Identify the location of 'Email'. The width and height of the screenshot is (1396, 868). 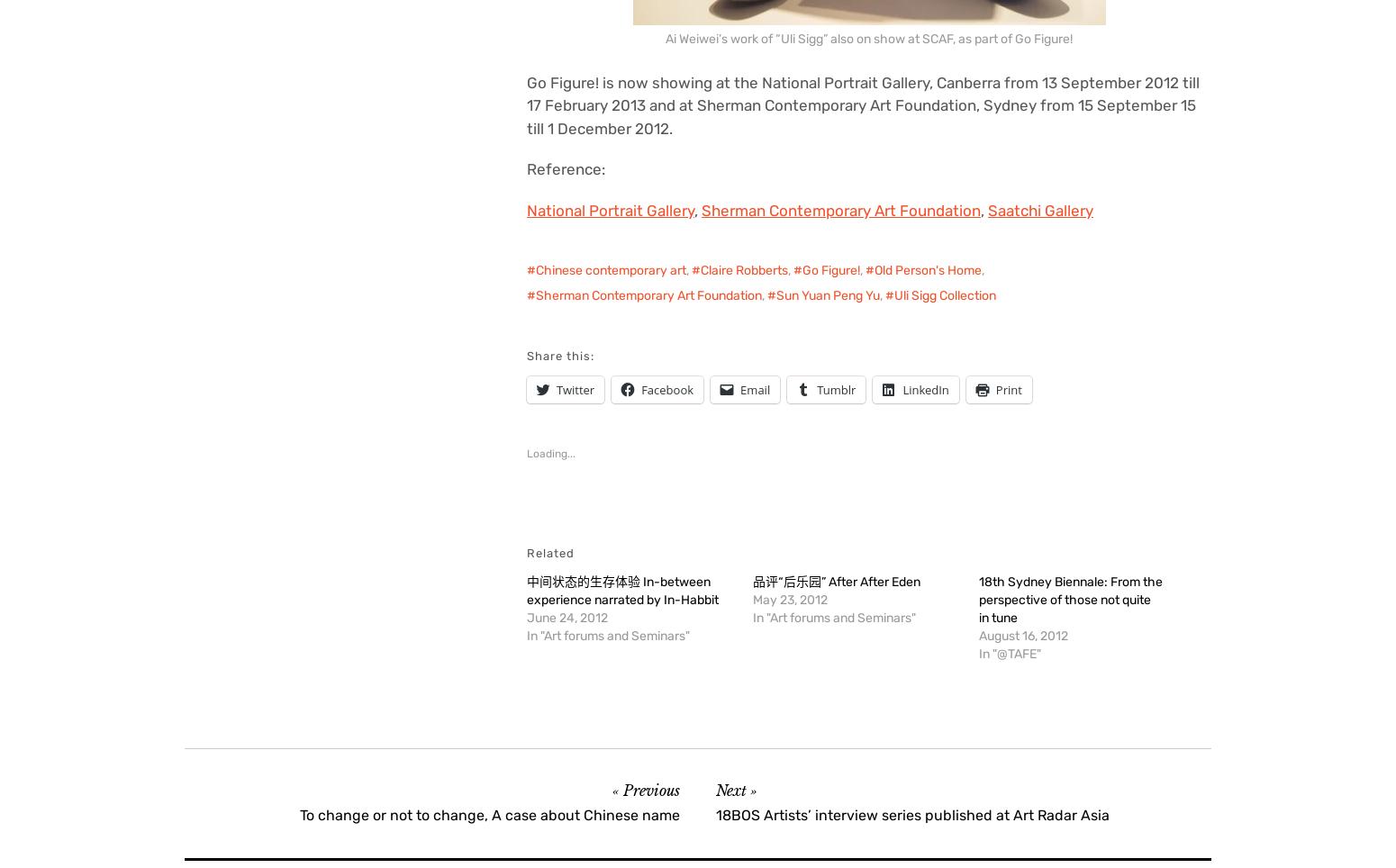
(754, 389).